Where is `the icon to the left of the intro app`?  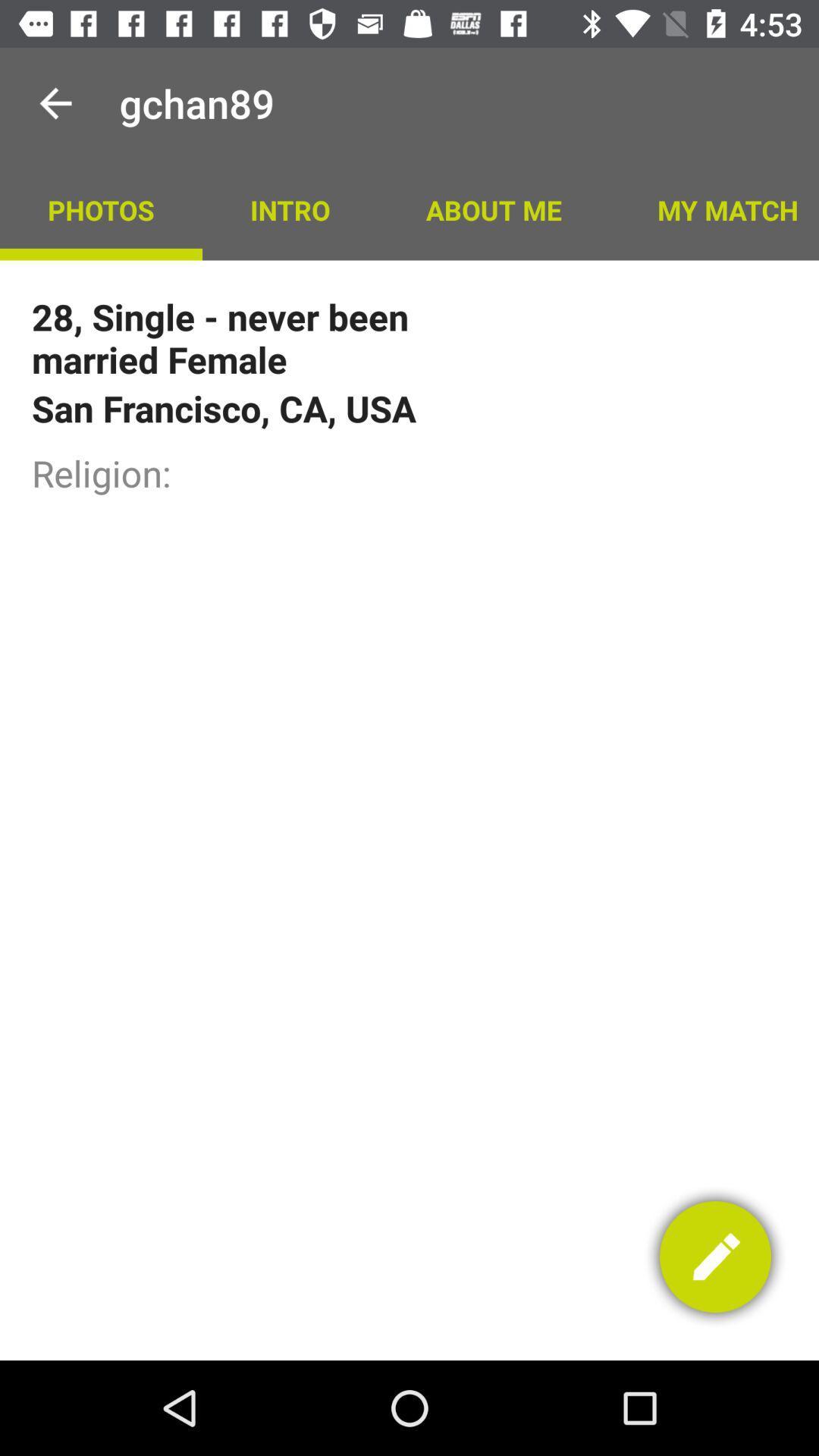
the icon to the left of the intro app is located at coordinates (101, 209).